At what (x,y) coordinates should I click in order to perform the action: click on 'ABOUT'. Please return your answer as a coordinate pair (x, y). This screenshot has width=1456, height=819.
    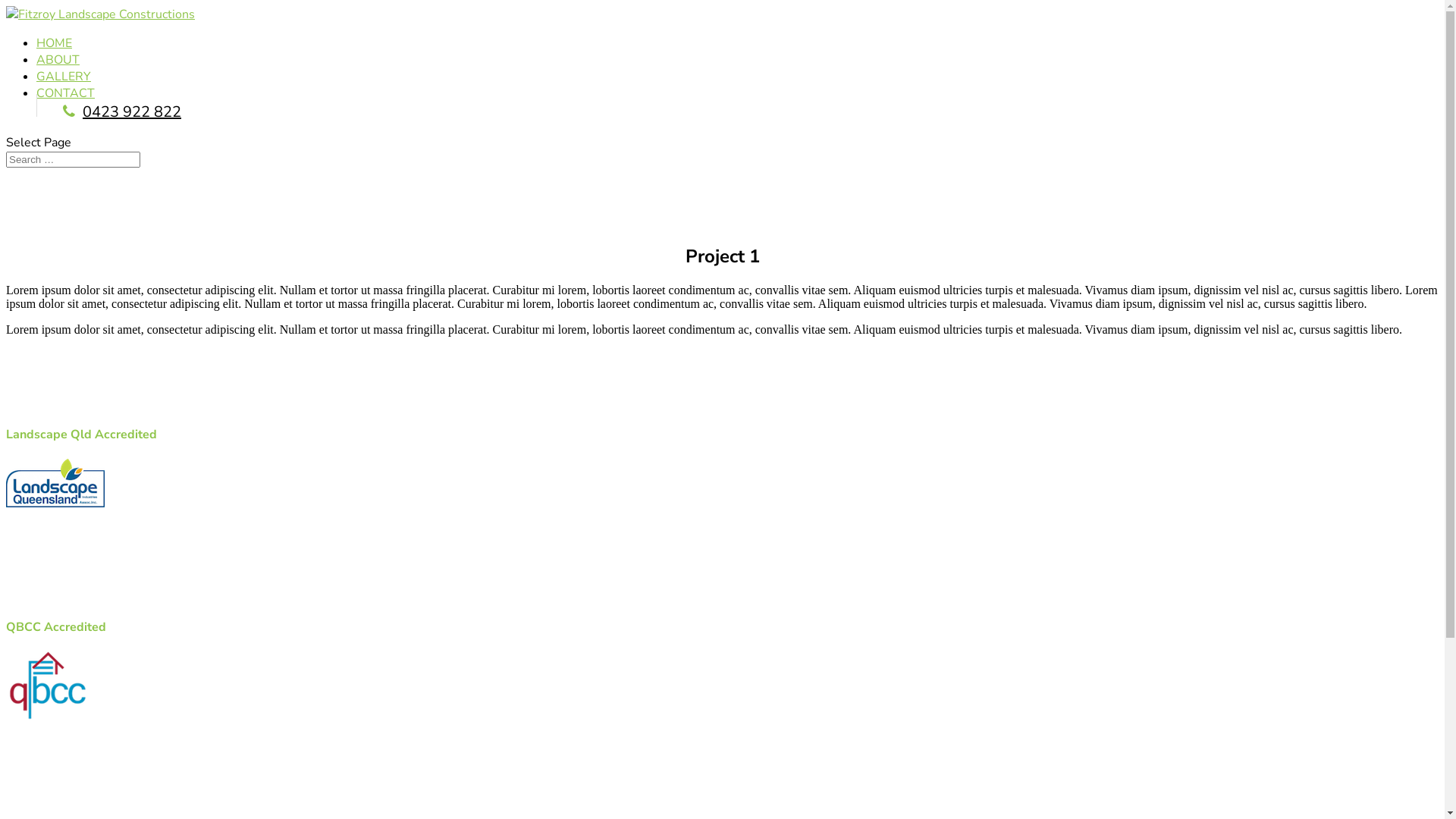
    Looking at the image, I should click on (36, 58).